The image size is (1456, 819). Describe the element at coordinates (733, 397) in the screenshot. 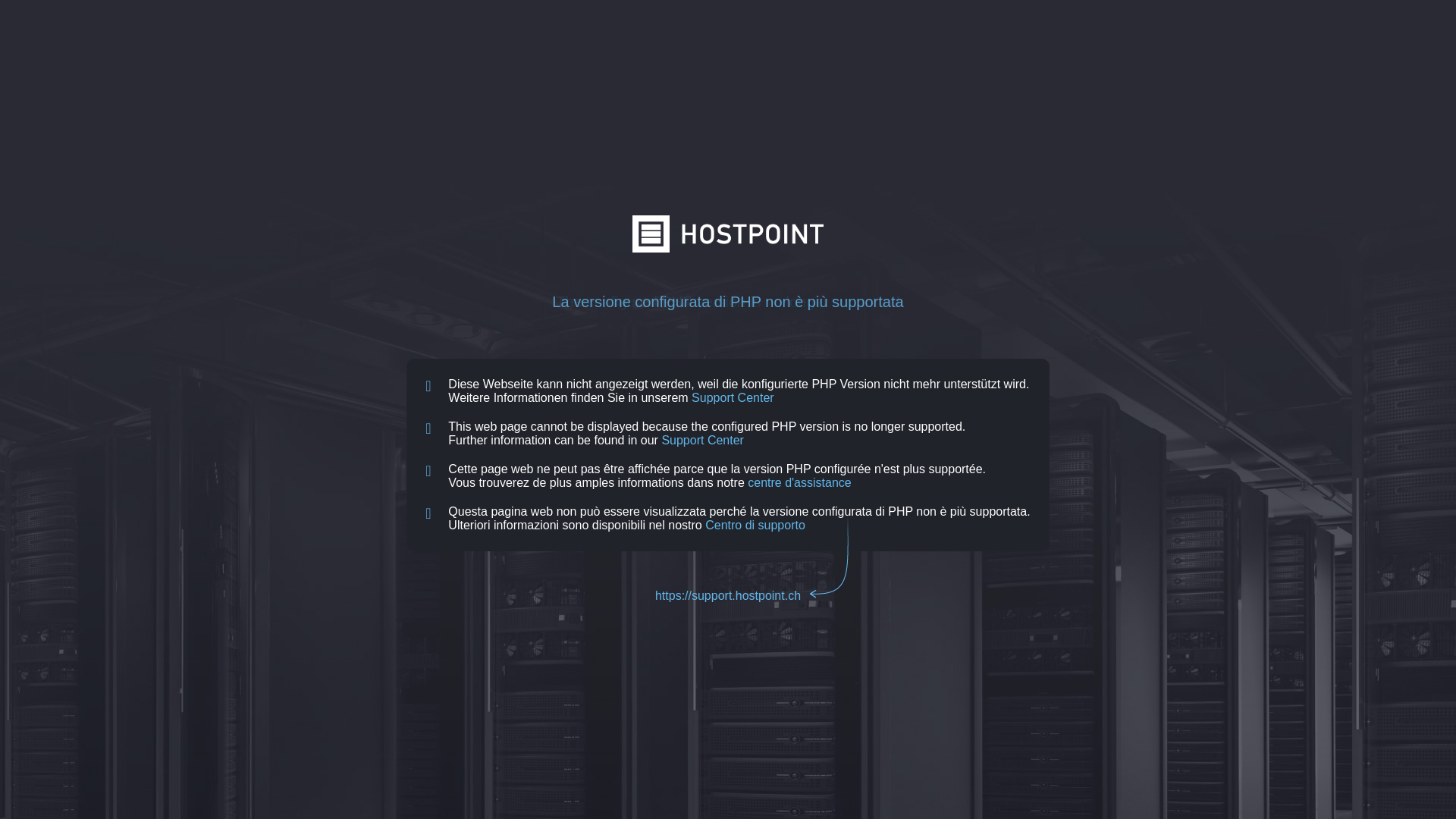

I see `'Support Center'` at that location.